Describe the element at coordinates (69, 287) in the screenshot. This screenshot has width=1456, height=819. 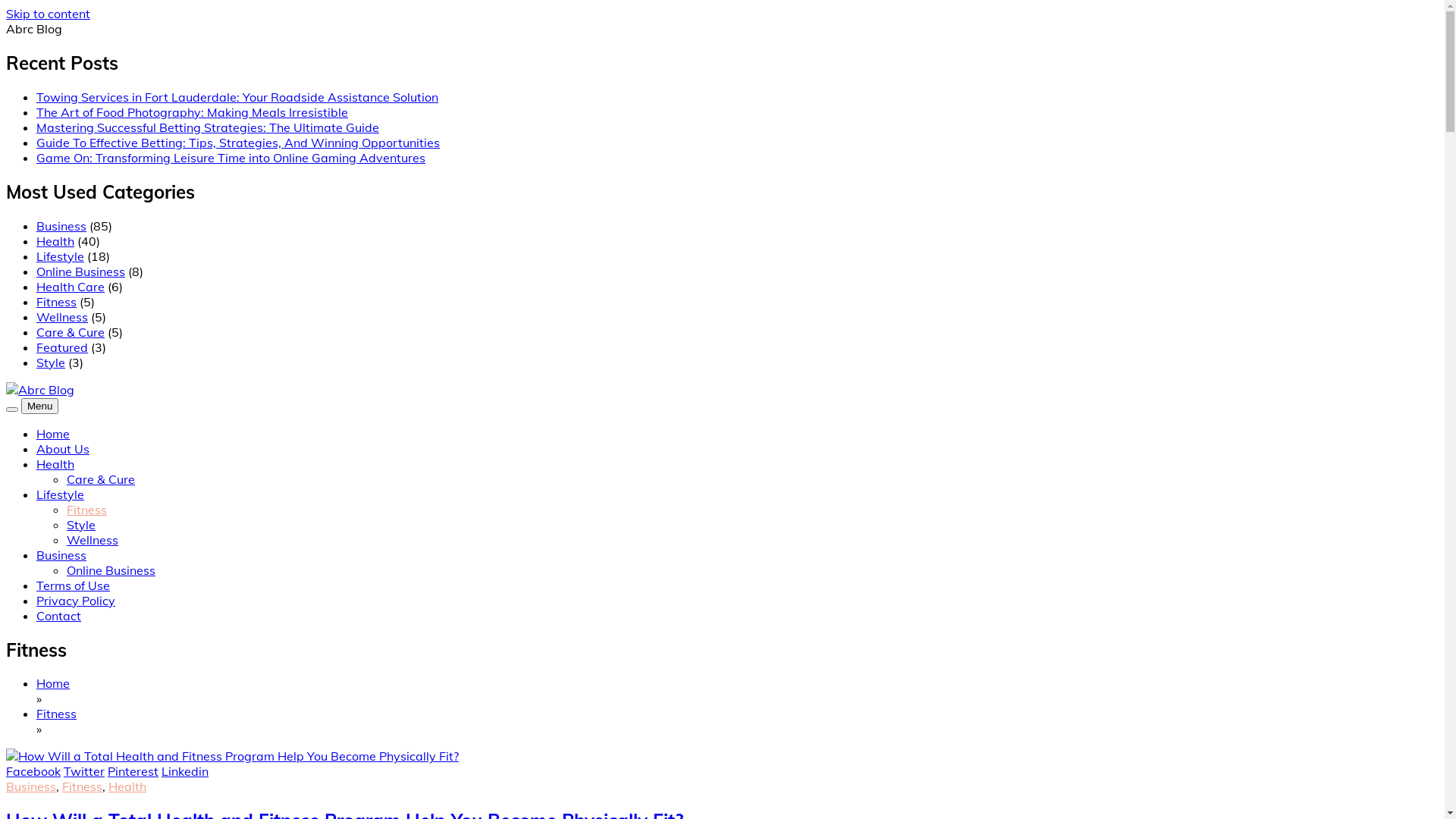
I see `'Health Care'` at that location.